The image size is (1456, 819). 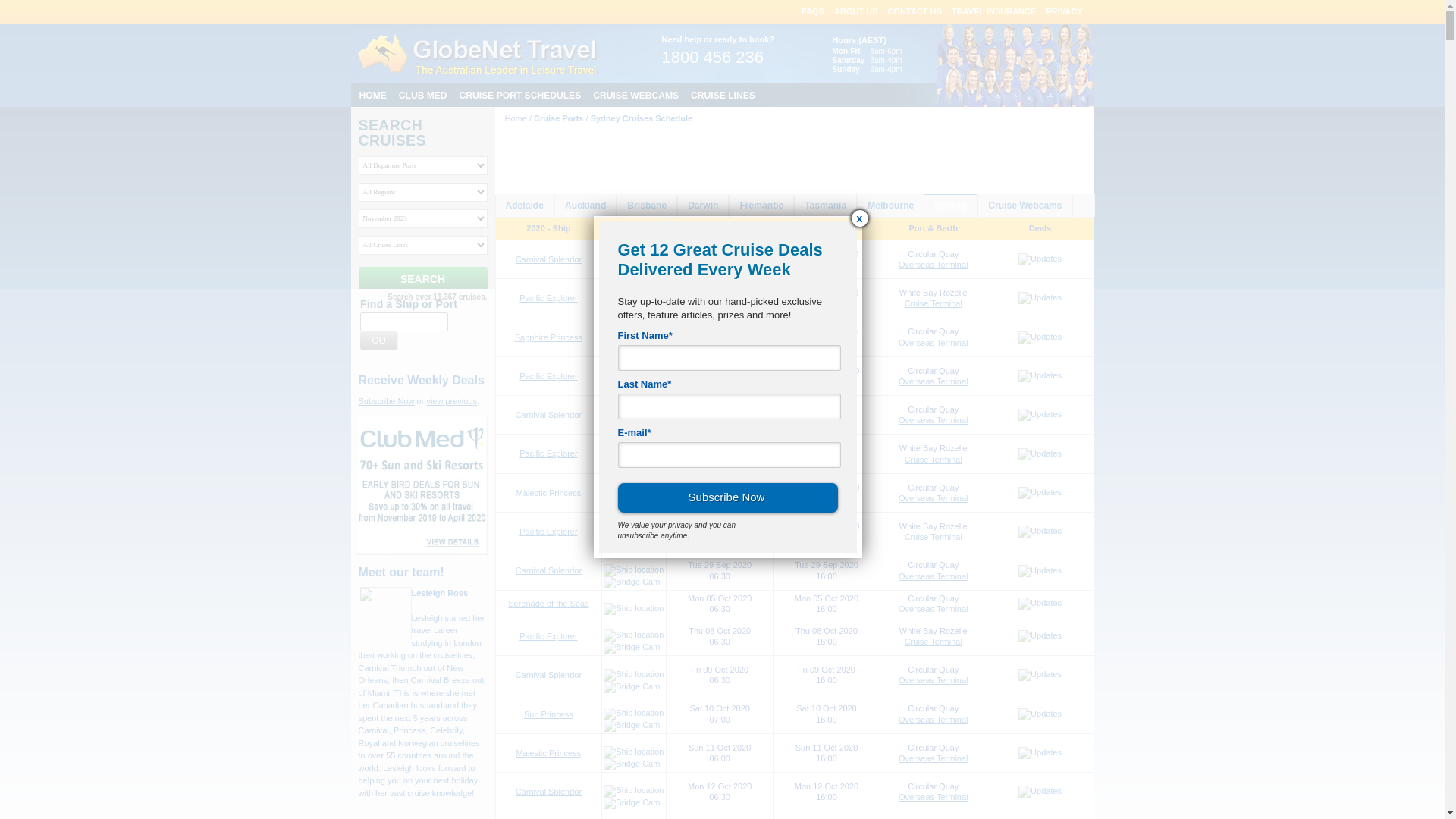 What do you see at coordinates (766, 178) in the screenshot?
I see `'HERE'` at bounding box center [766, 178].